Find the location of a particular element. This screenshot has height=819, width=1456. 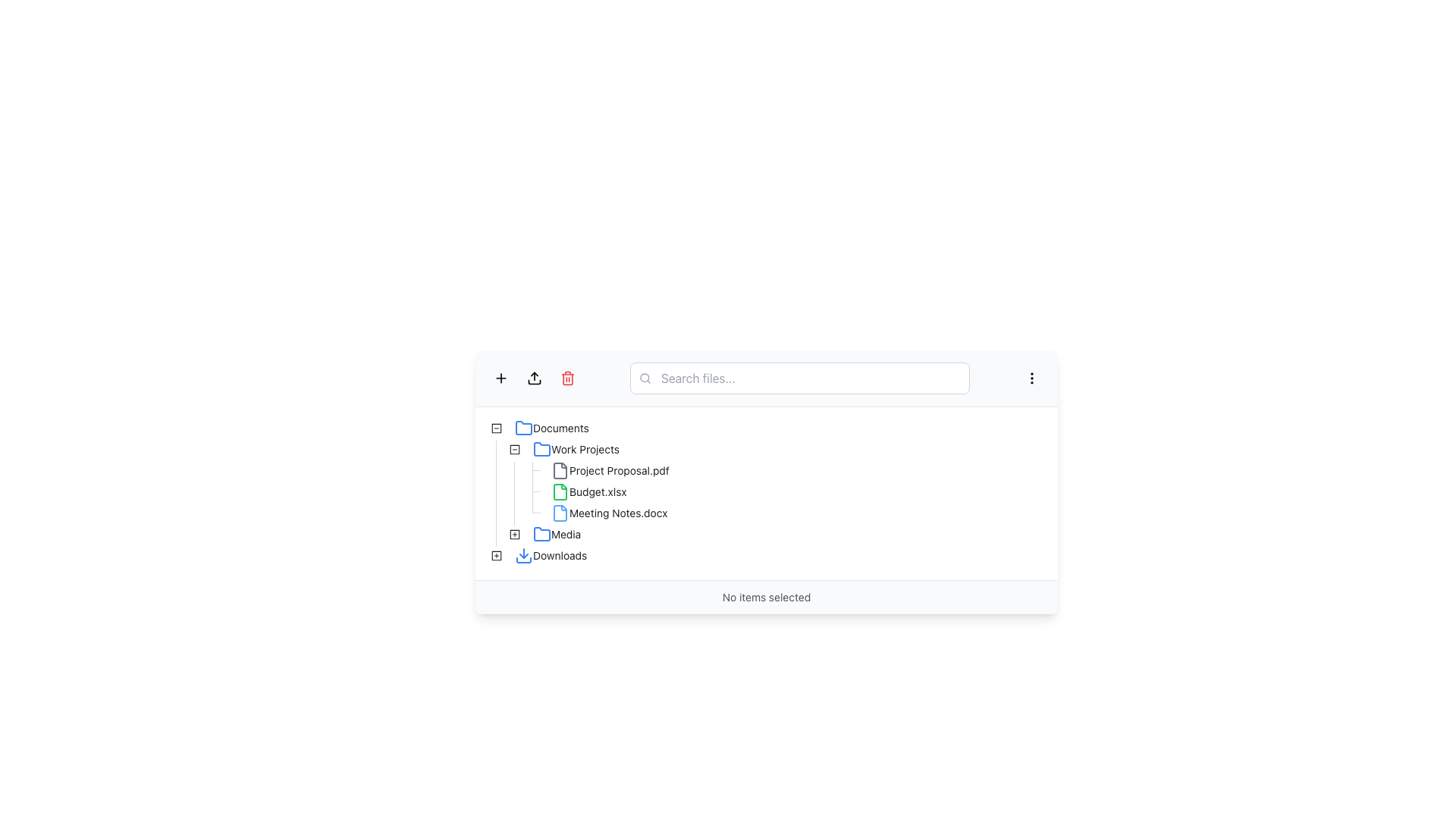

the Interactive icon (expand/collapse button) next to the 'Downloads' folder entry is located at coordinates (496, 555).